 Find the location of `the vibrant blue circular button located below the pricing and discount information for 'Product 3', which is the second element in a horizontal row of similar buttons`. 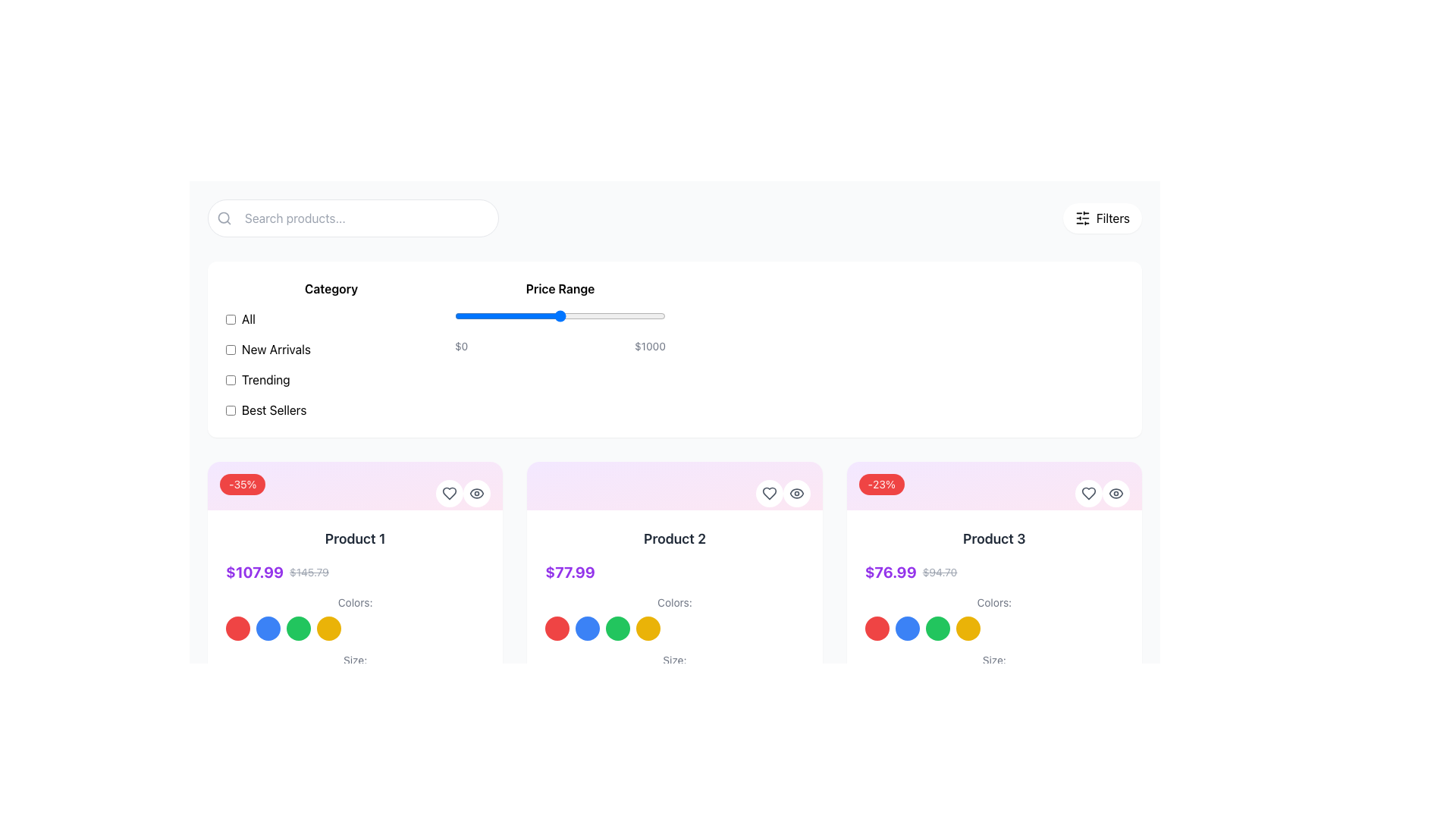

the vibrant blue circular button located below the pricing and discount information for 'Product 3', which is the second element in a horizontal row of similar buttons is located at coordinates (907, 629).